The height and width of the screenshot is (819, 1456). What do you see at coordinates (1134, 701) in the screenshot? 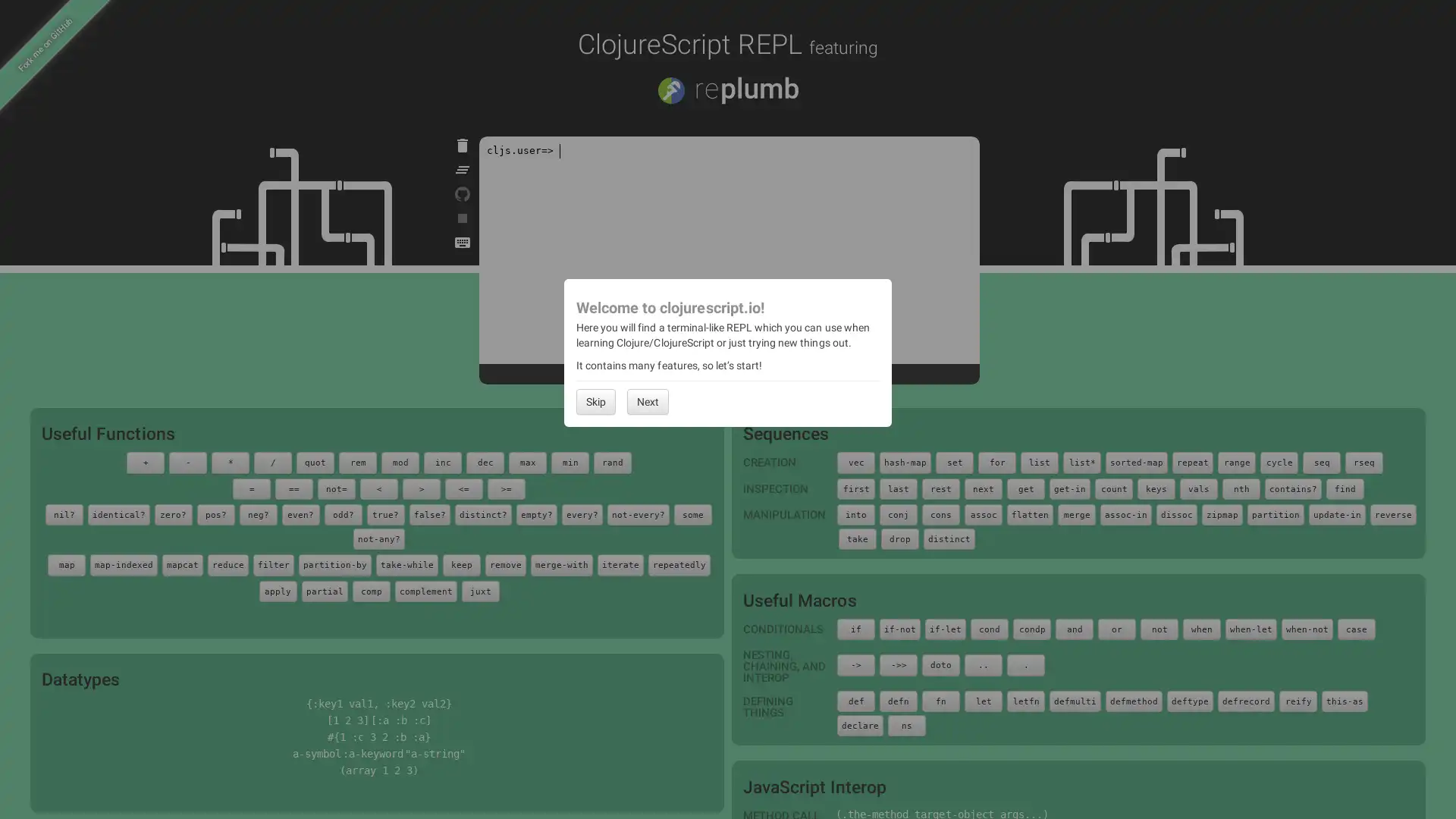
I see `defmethod` at bounding box center [1134, 701].